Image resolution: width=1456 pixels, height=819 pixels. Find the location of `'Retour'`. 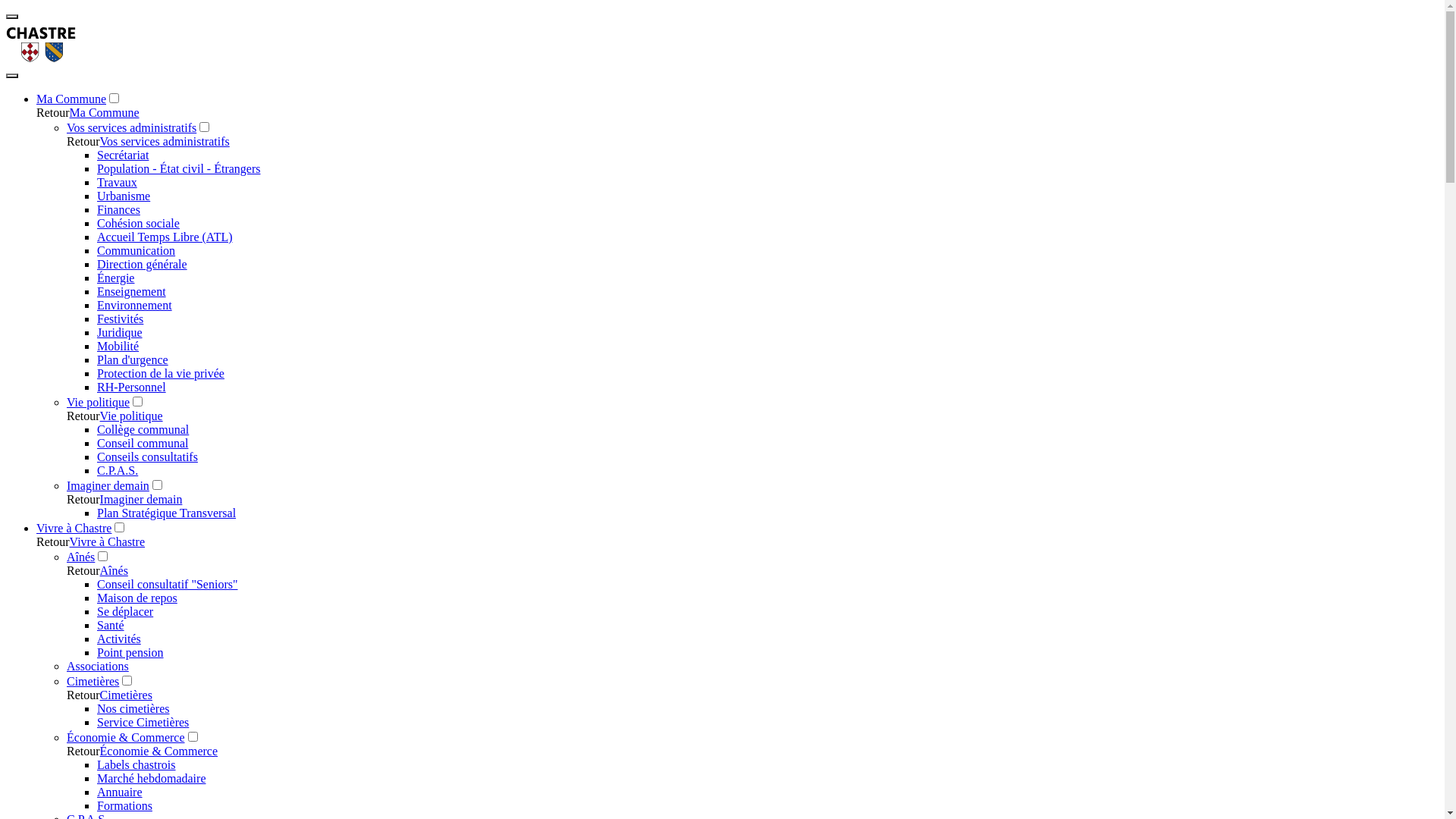

'Retour' is located at coordinates (65, 141).